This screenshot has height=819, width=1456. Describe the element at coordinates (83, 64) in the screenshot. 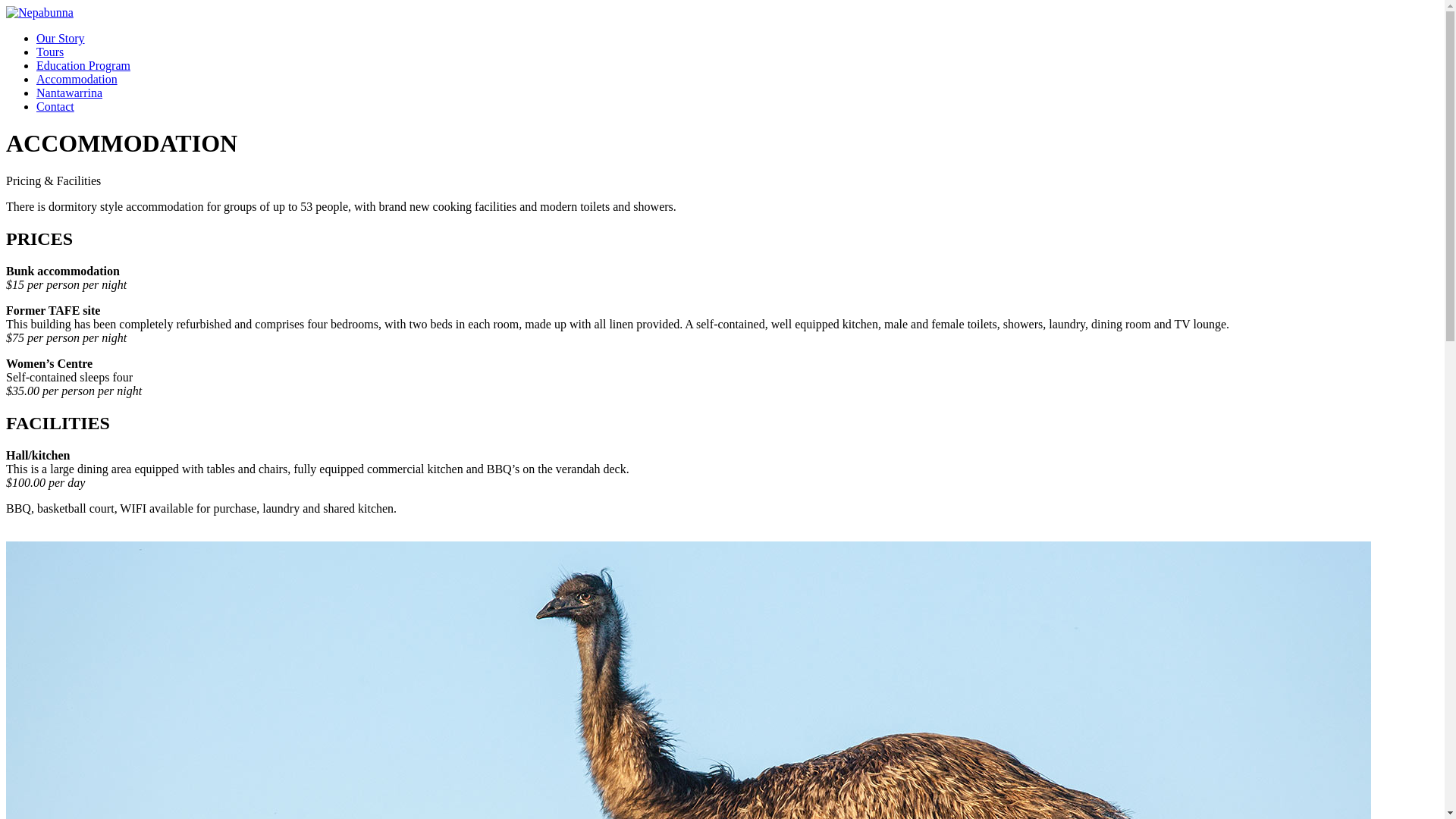

I see `'Education Program'` at that location.